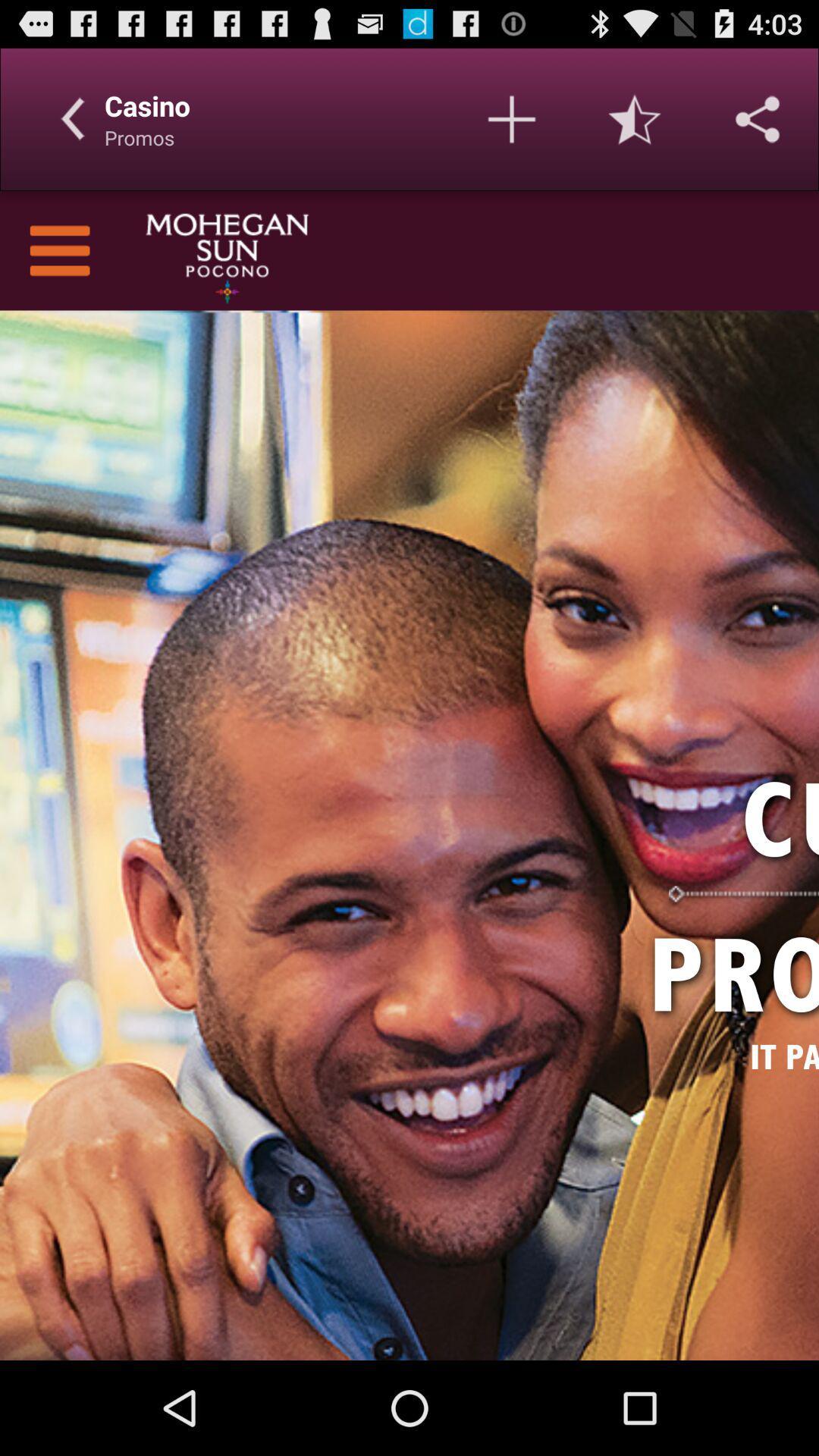 The height and width of the screenshot is (1456, 819). What do you see at coordinates (758, 118) in the screenshot?
I see `share with others` at bounding box center [758, 118].